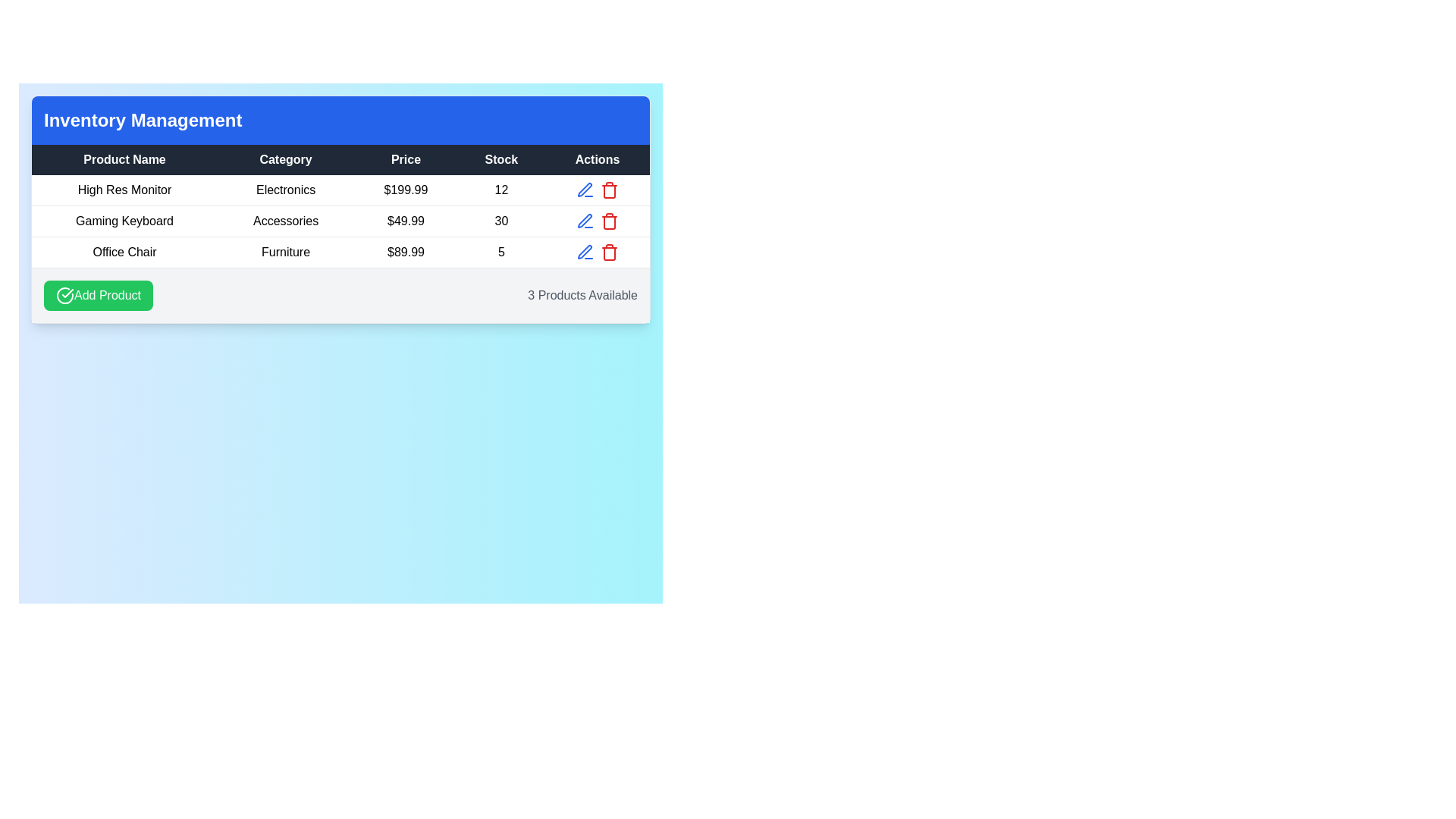  Describe the element at coordinates (609, 222) in the screenshot. I see `the red trash can icon in the 'Actions' column` at that location.